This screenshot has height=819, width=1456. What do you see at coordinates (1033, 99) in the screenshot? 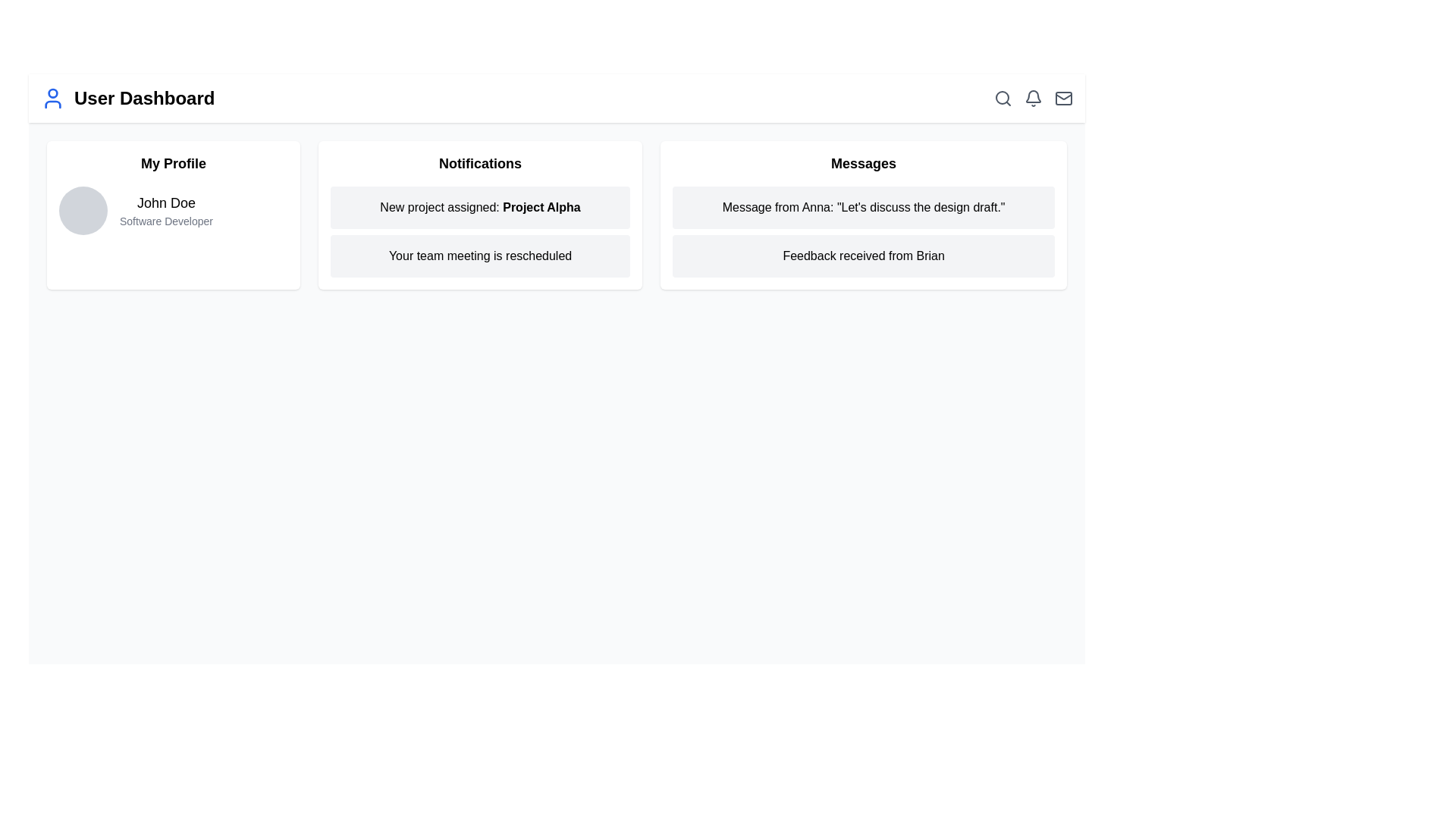
I see `the bell notification icon located on the right side of the user interface header` at bounding box center [1033, 99].